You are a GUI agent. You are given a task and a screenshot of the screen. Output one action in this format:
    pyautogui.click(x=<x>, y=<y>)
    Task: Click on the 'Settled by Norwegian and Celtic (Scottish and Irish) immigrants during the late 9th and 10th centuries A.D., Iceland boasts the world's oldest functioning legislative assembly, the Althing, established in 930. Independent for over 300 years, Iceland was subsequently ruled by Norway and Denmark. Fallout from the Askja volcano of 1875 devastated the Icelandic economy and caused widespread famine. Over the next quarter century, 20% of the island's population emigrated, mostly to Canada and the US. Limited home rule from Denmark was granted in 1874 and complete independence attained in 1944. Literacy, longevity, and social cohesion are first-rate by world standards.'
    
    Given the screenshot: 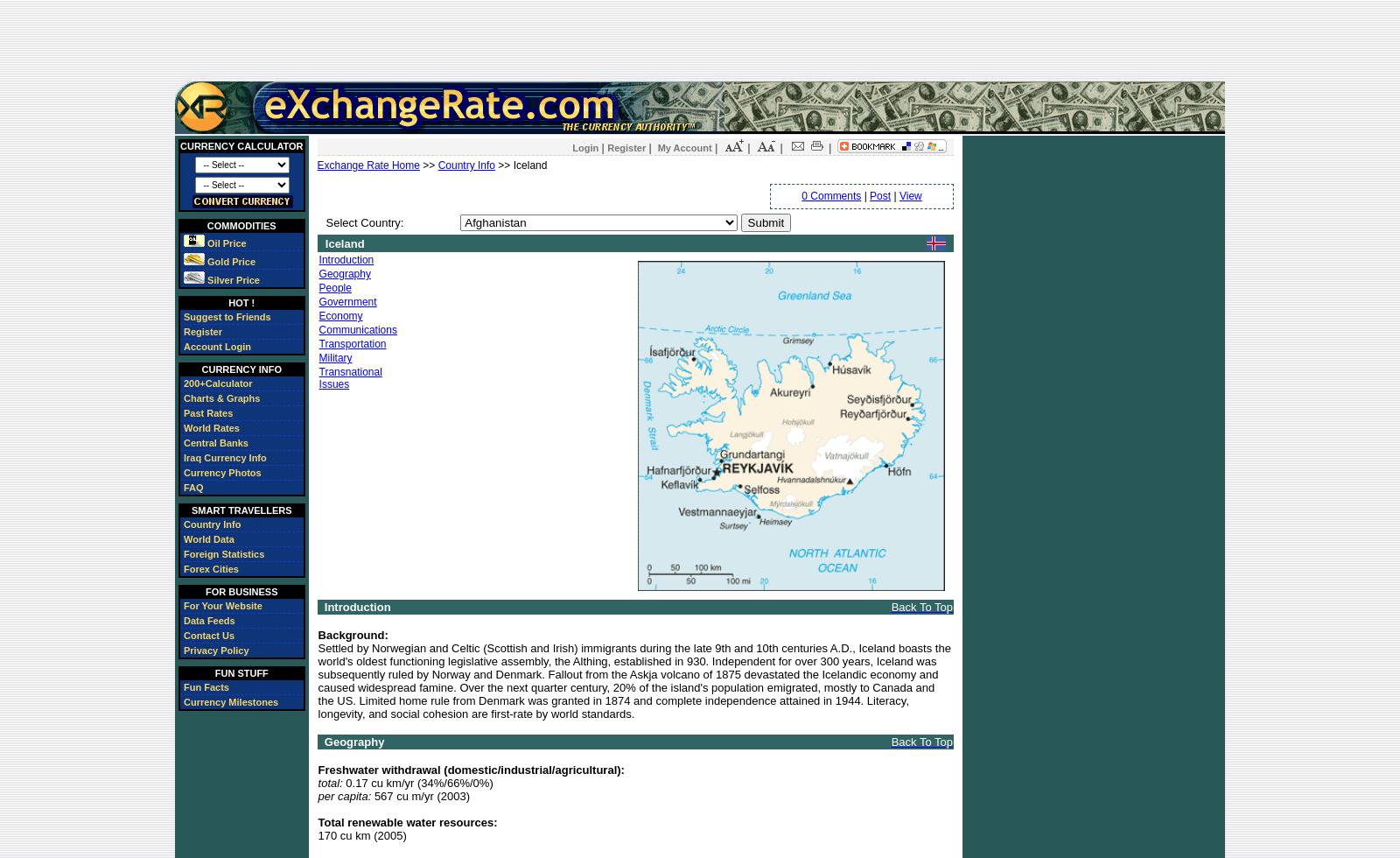 What is the action you would take?
    pyautogui.click(x=633, y=680)
    